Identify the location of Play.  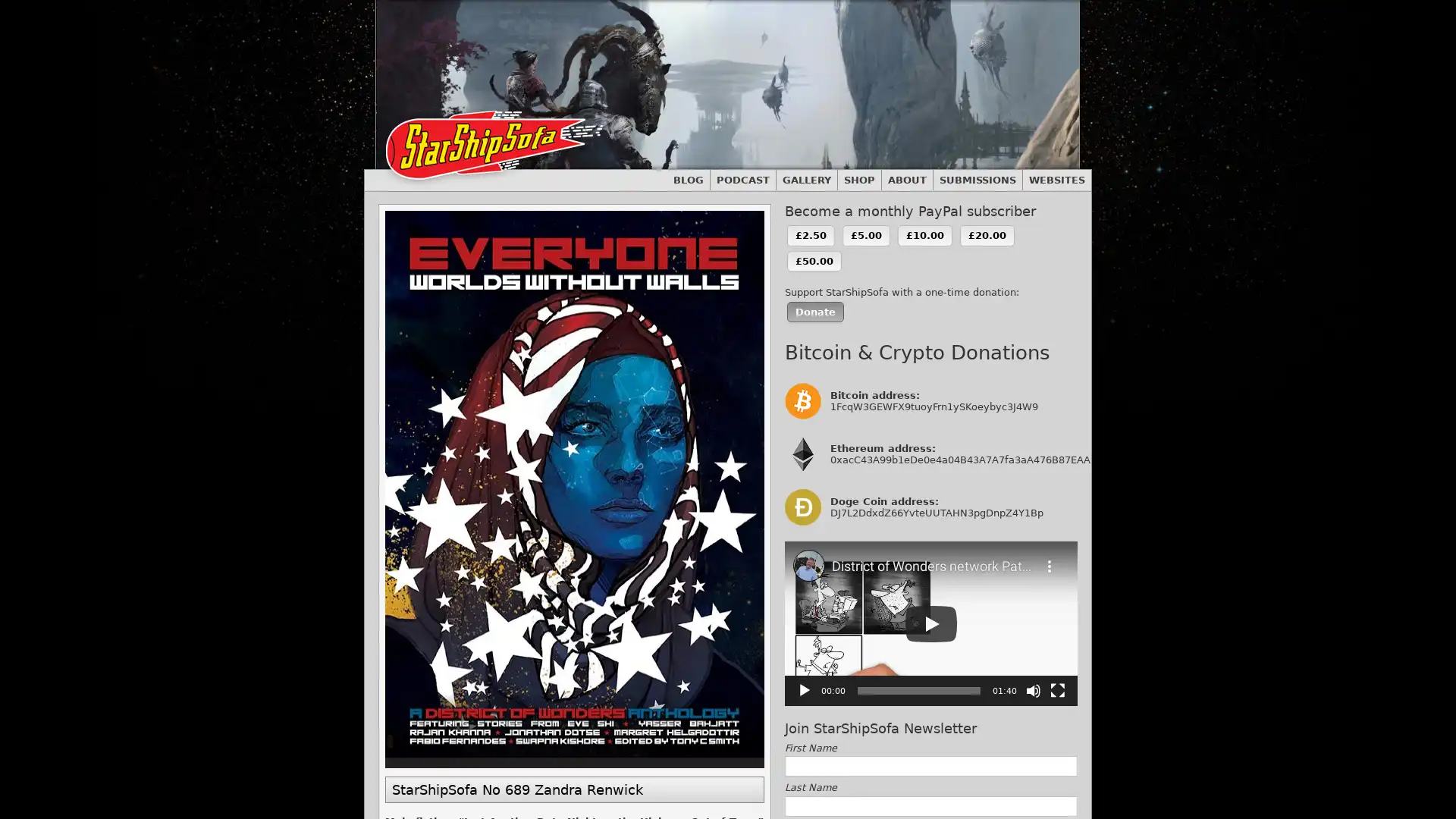
(803, 690).